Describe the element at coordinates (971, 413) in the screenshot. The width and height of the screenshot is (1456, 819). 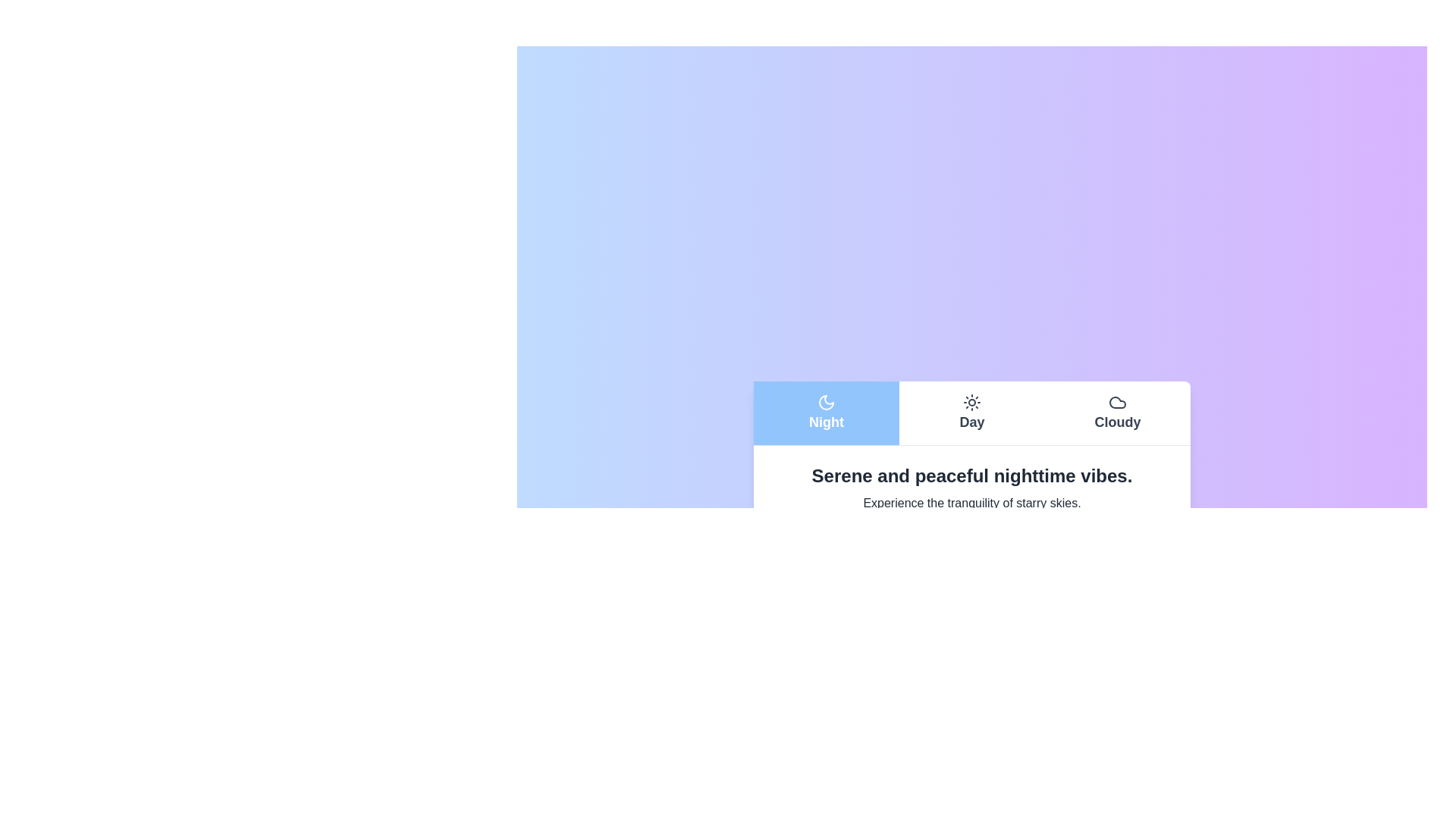
I see `the Day tab by clicking on it` at that location.